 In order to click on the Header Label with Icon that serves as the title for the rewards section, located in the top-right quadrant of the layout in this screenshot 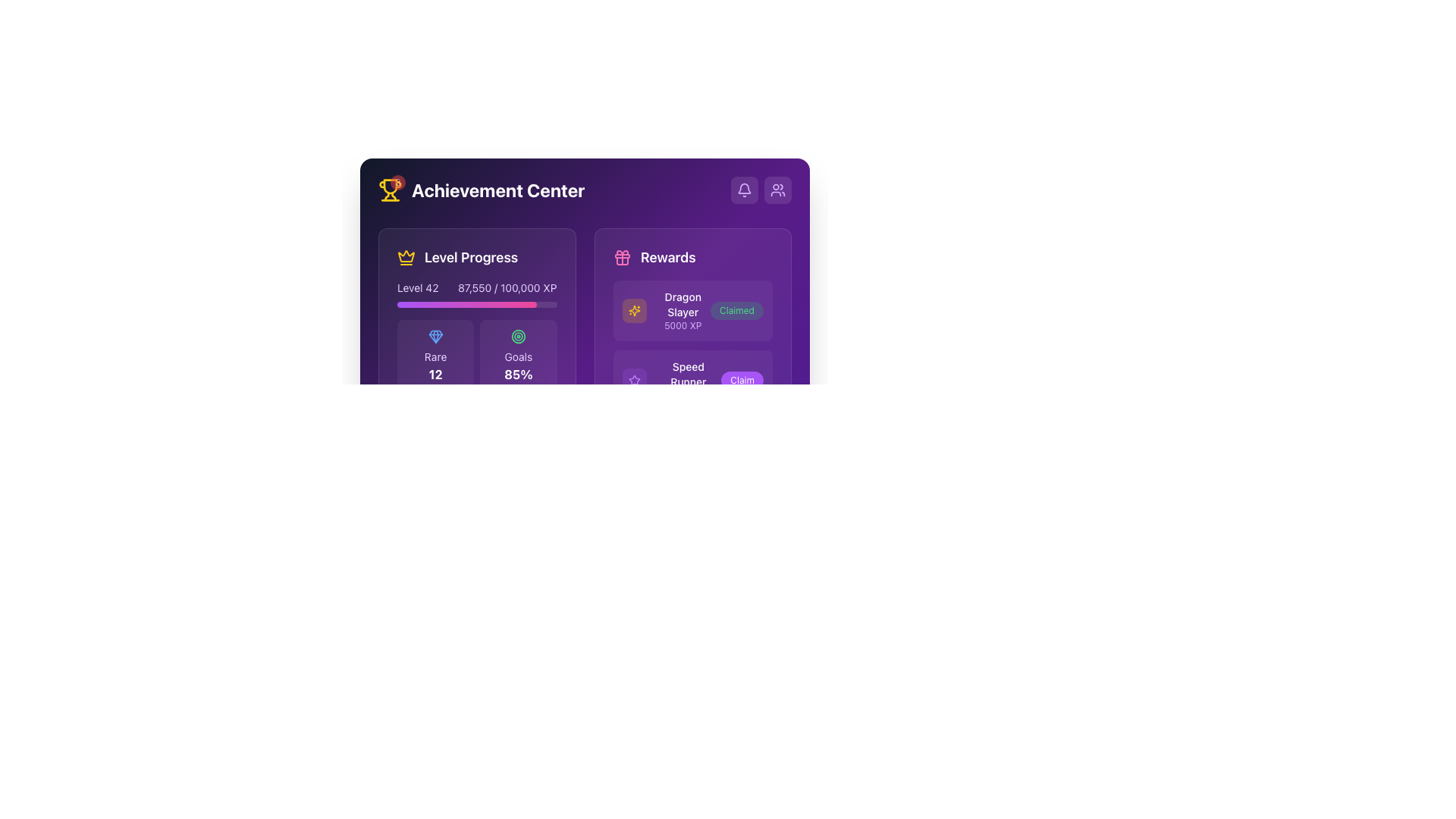, I will do `click(692, 256)`.